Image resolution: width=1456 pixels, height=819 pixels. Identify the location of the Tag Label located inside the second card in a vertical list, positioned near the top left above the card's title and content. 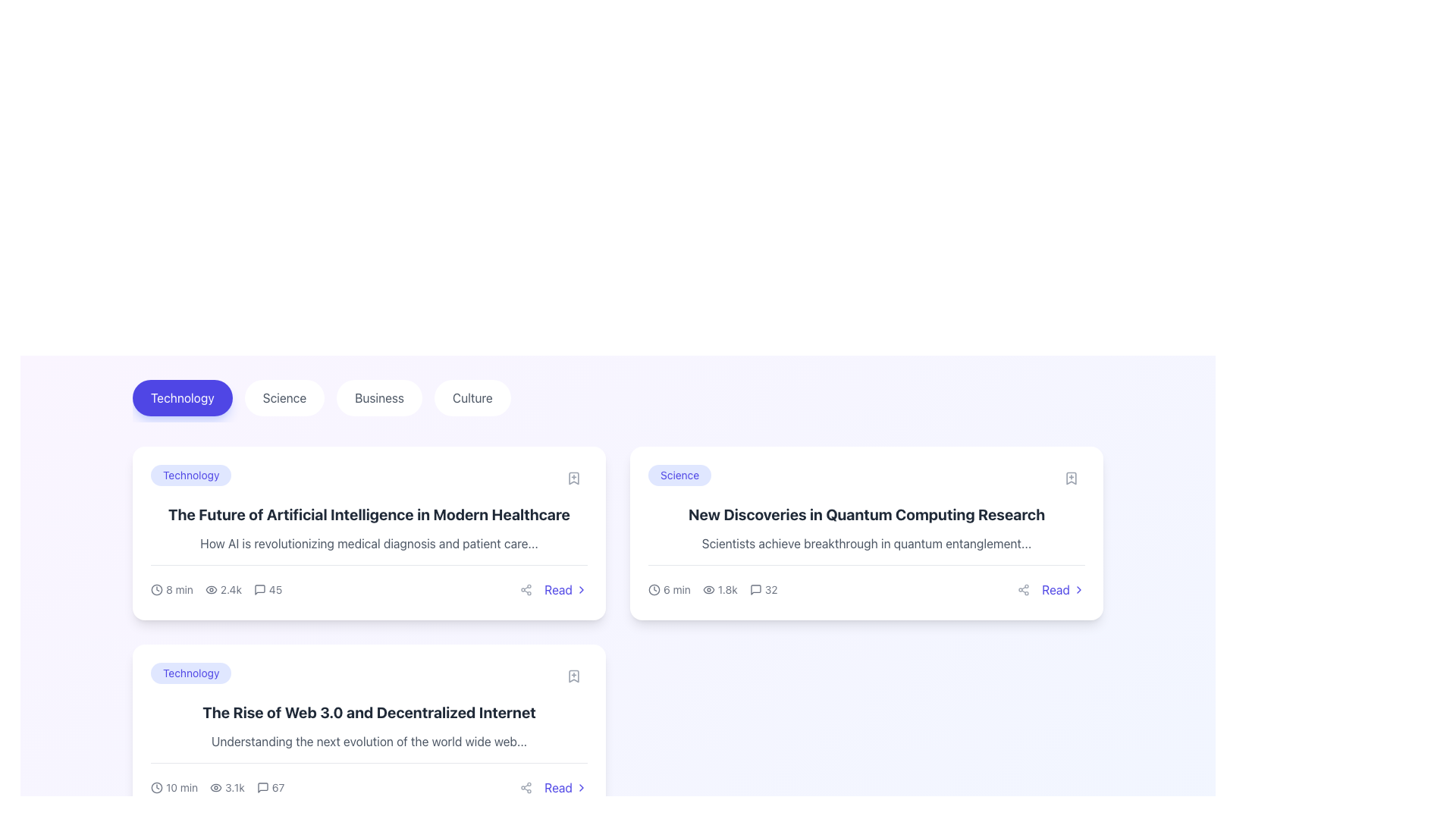
(190, 672).